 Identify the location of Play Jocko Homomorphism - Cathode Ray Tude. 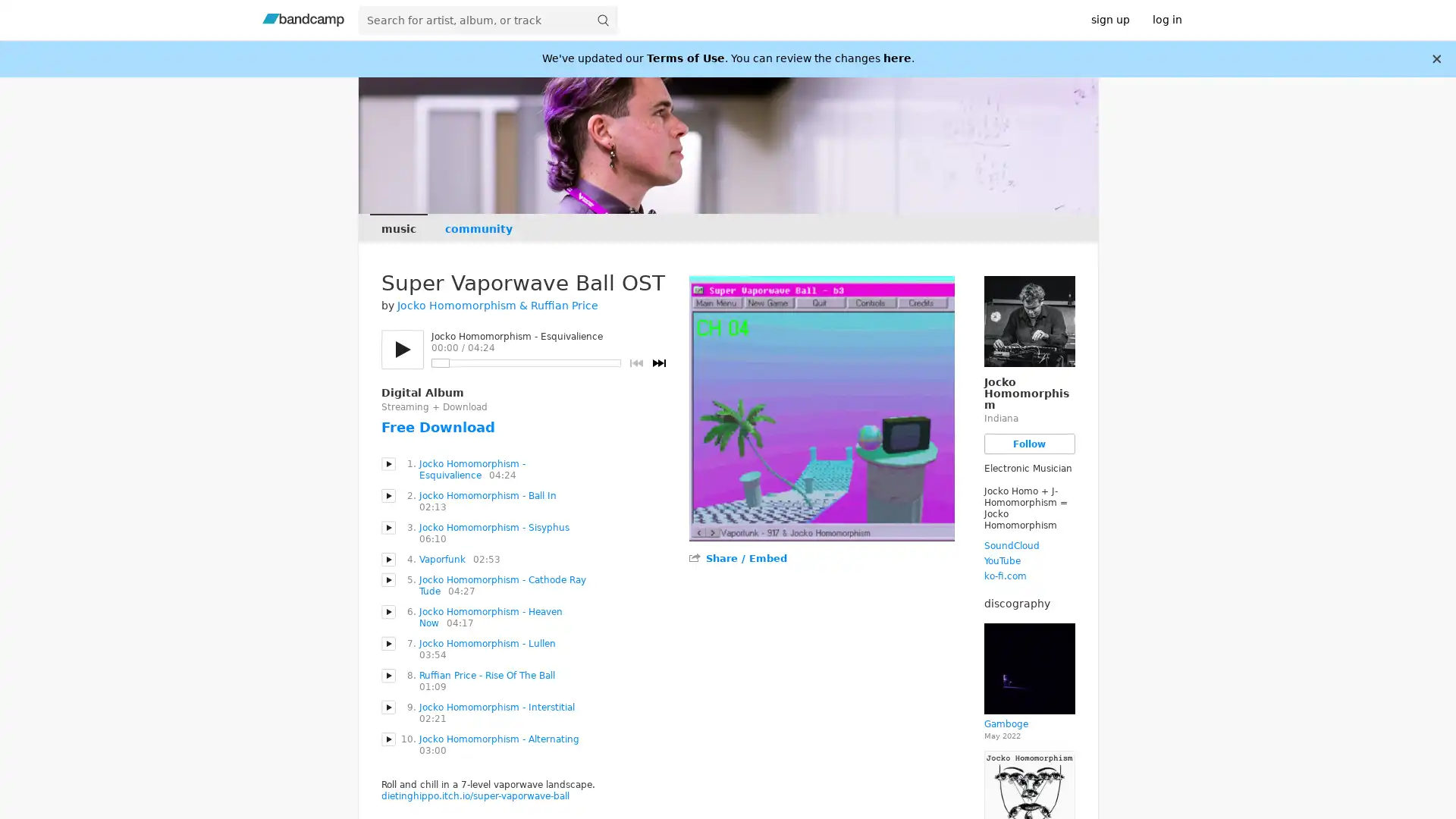
(388, 579).